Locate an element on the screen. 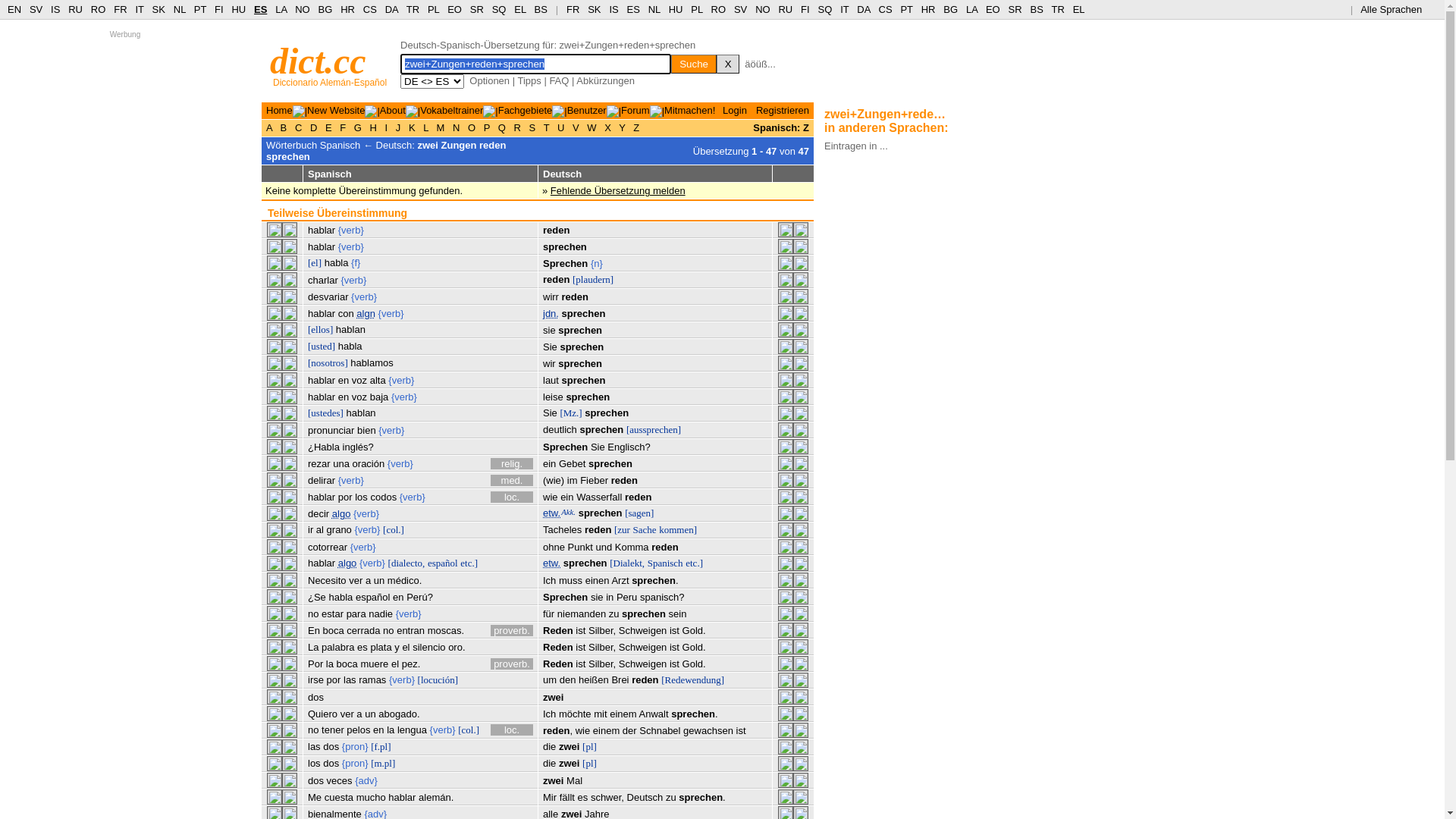 Image resolution: width=1456 pixels, height=819 pixels. 'ist' is located at coordinates (673, 630).